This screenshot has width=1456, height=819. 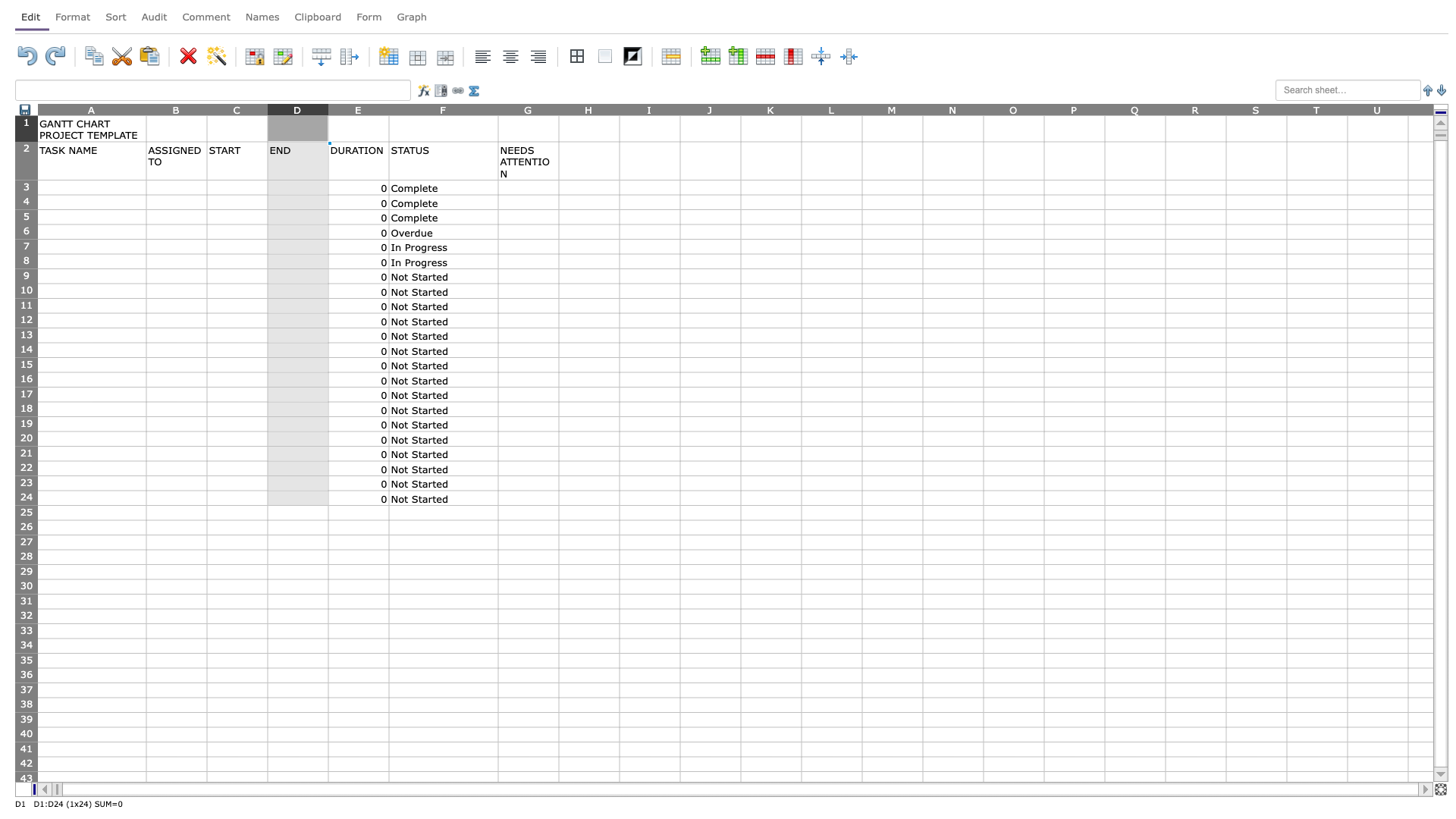 I want to click on the width adjustment handle for column G, so click(x=558, y=108).